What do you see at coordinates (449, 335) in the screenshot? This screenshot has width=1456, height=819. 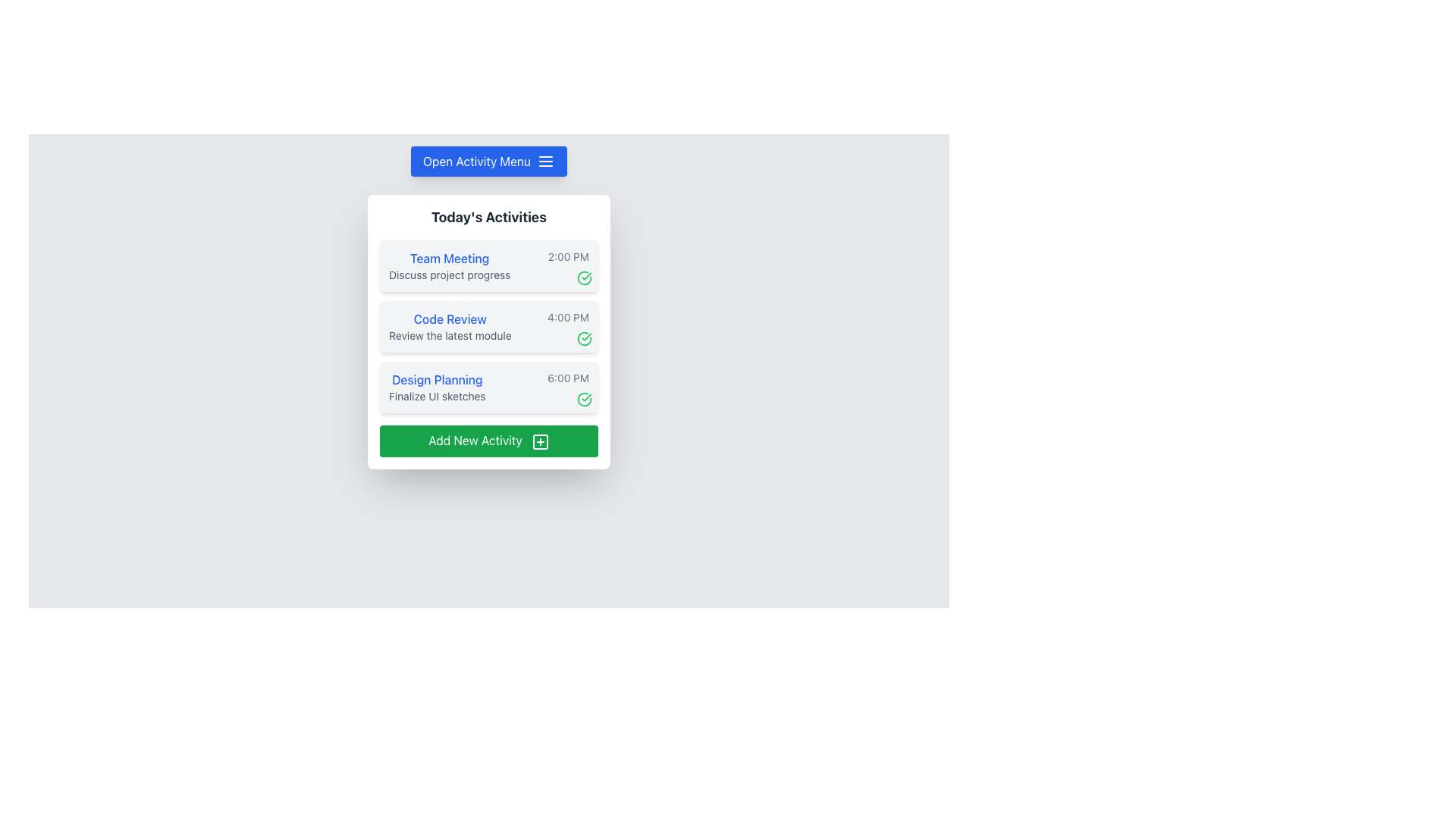 I see `the text element providing details related to the 'Code Review' task, located under the 'Code Review' heading within the 'Today's Activities' box` at bounding box center [449, 335].